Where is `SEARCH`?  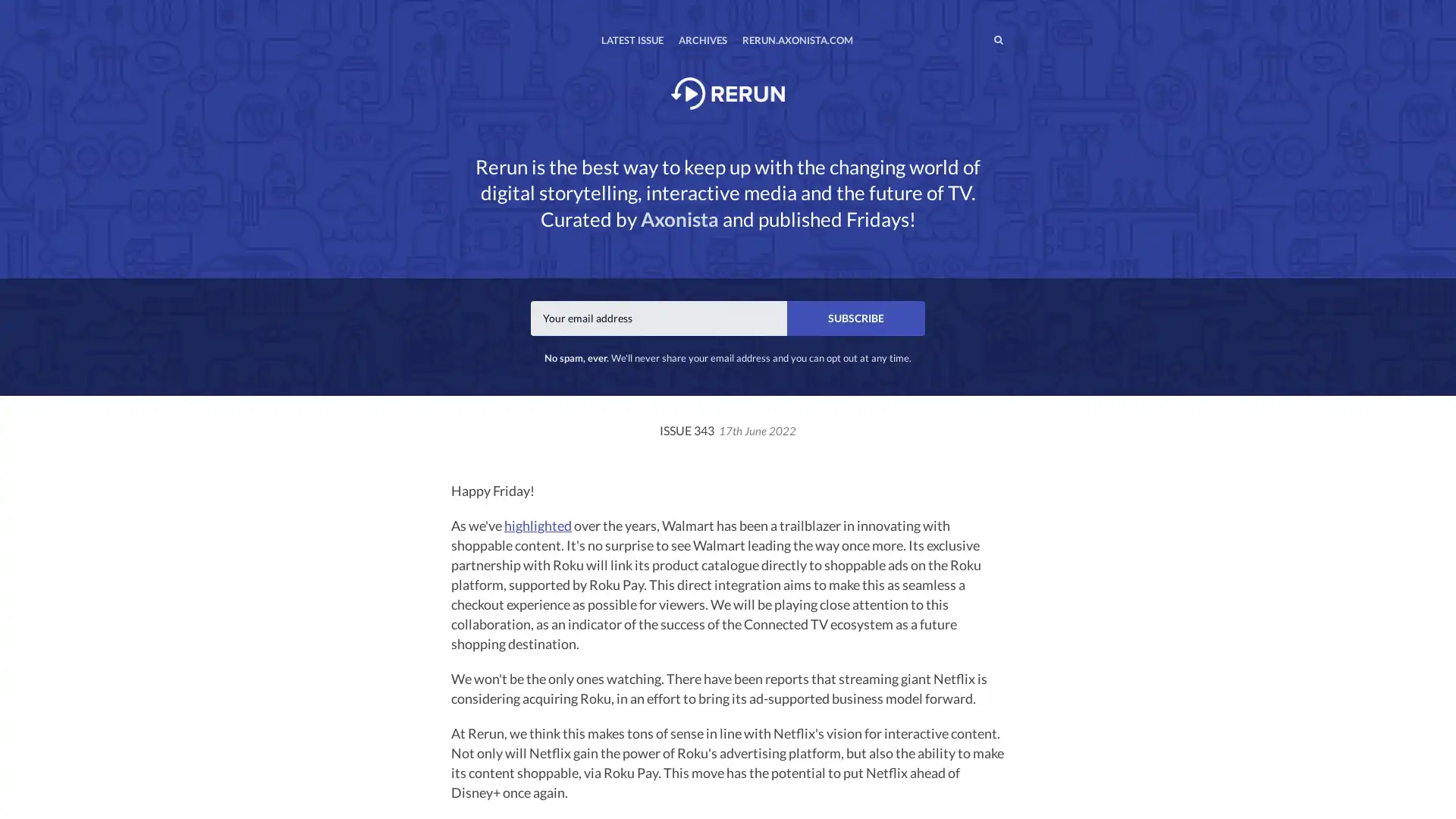 SEARCH is located at coordinates (966, 39).